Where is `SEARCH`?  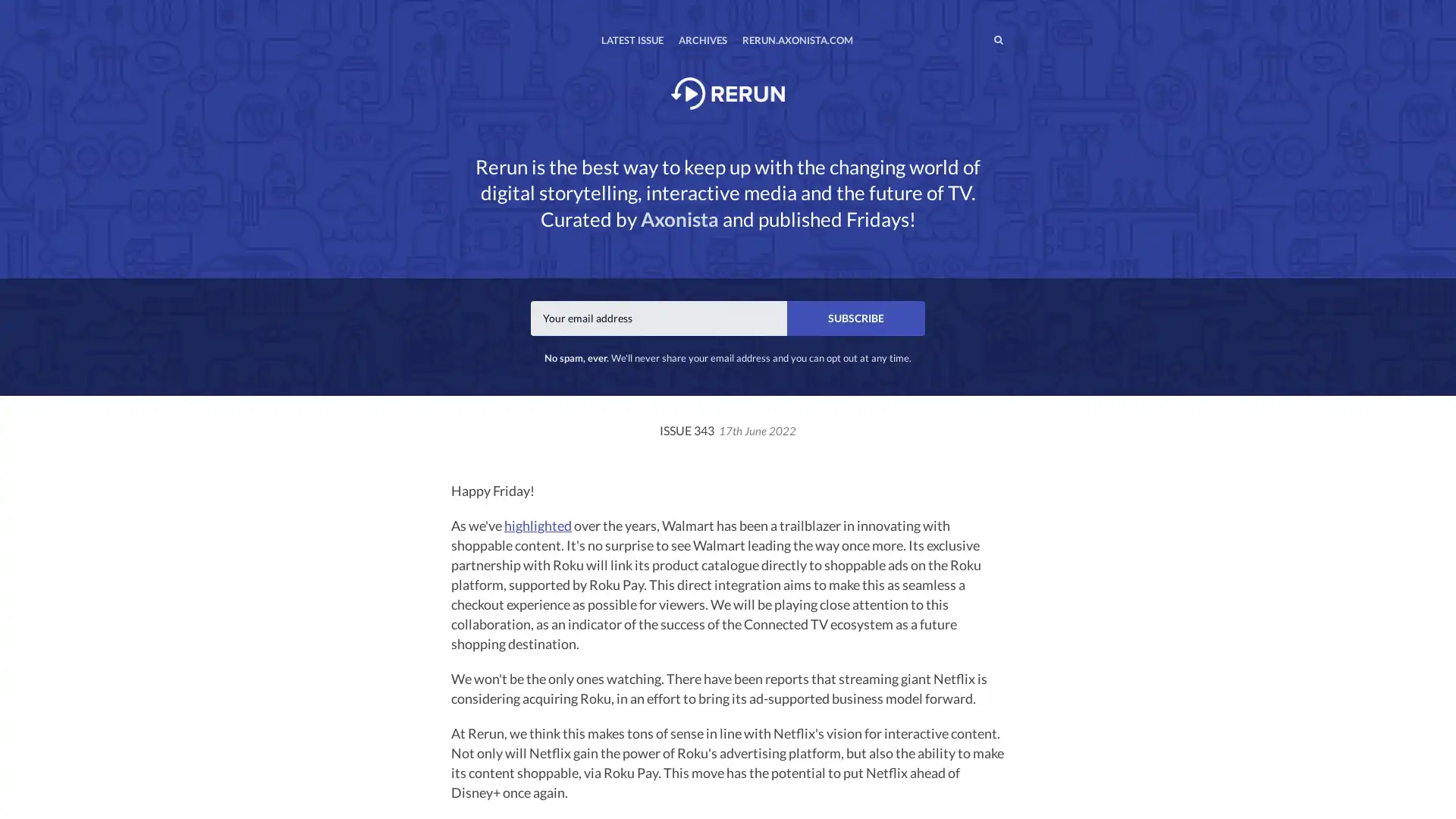 SEARCH is located at coordinates (966, 39).